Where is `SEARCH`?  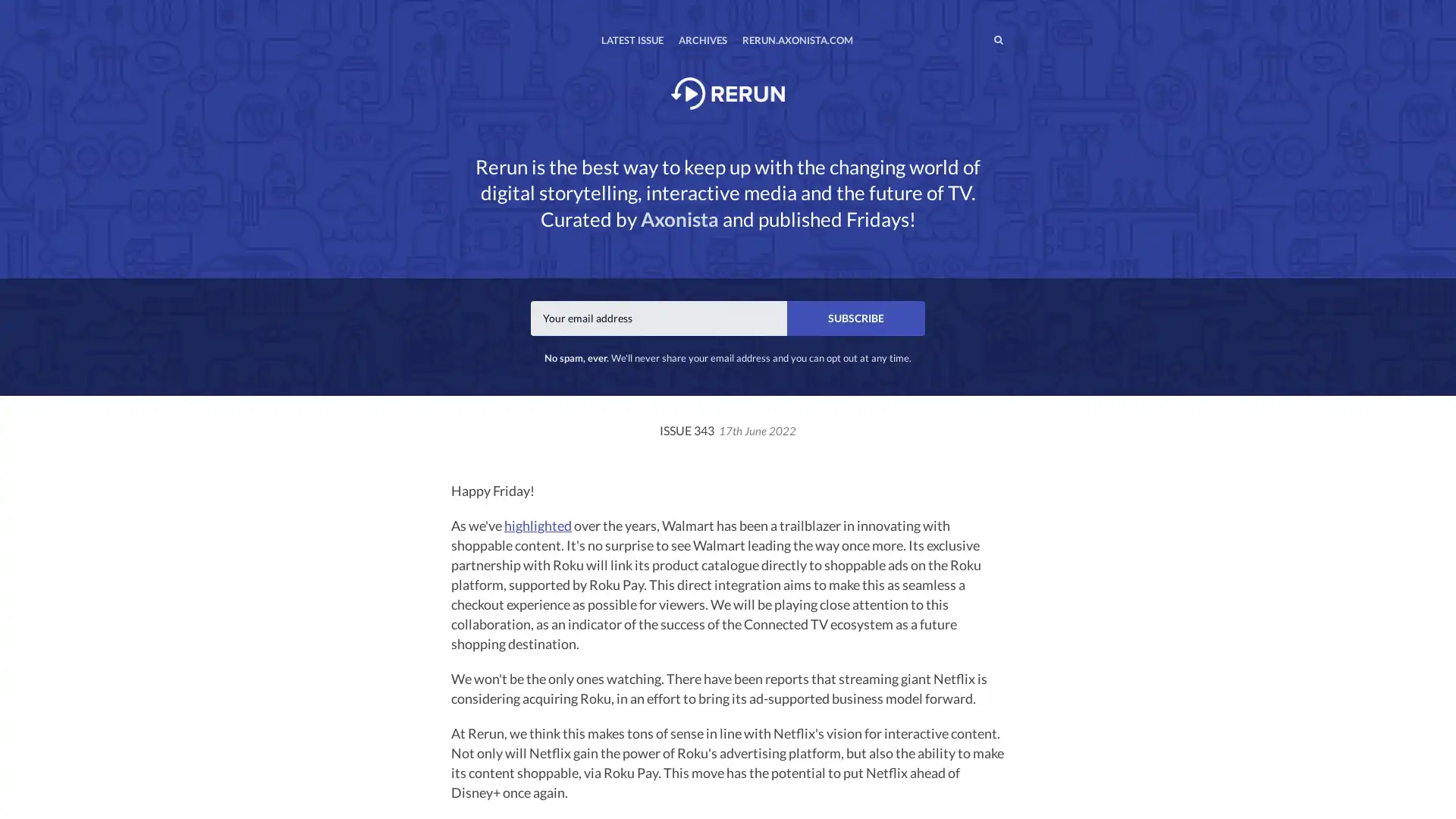 SEARCH is located at coordinates (966, 39).